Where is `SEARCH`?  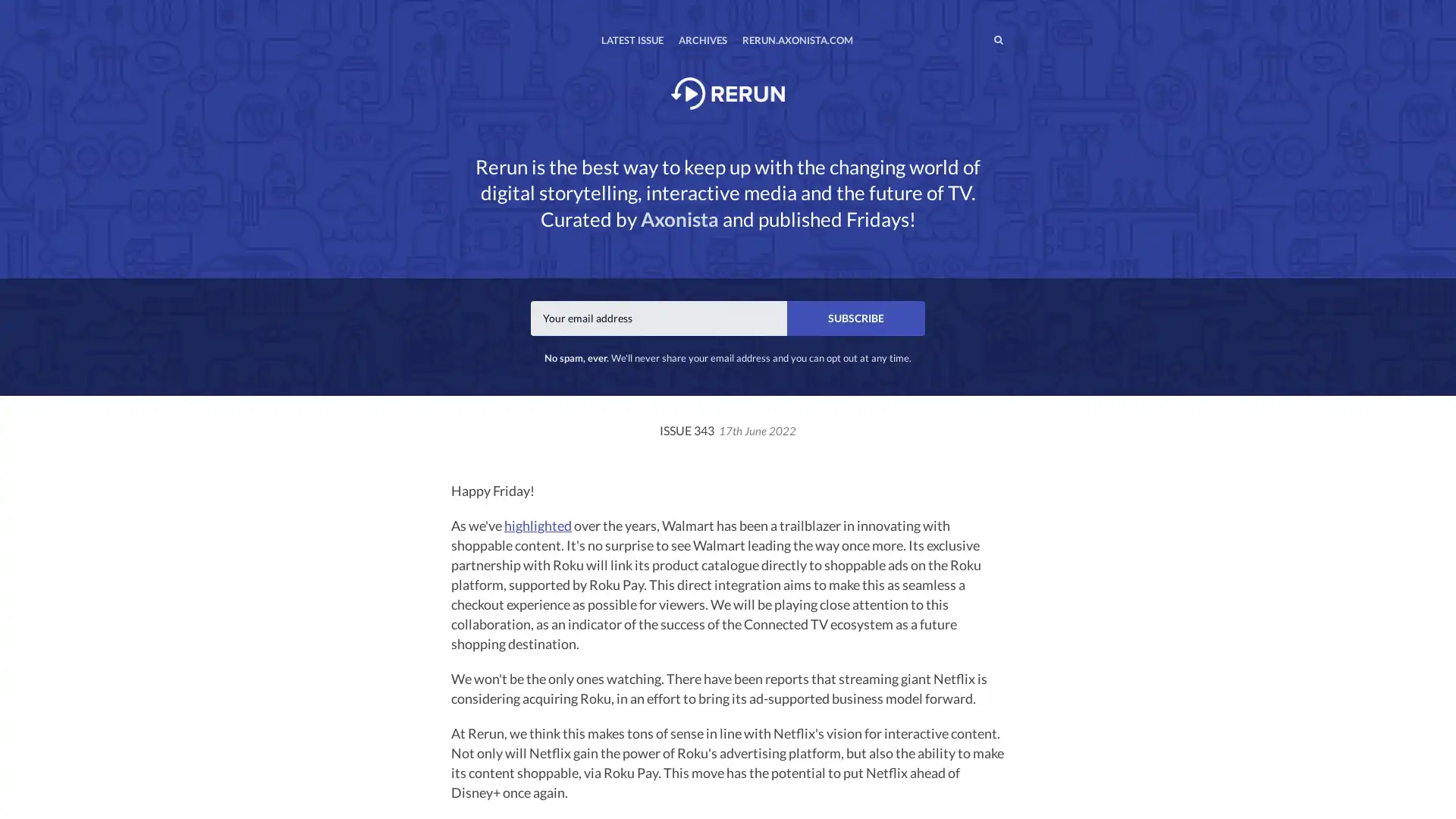 SEARCH is located at coordinates (966, 39).